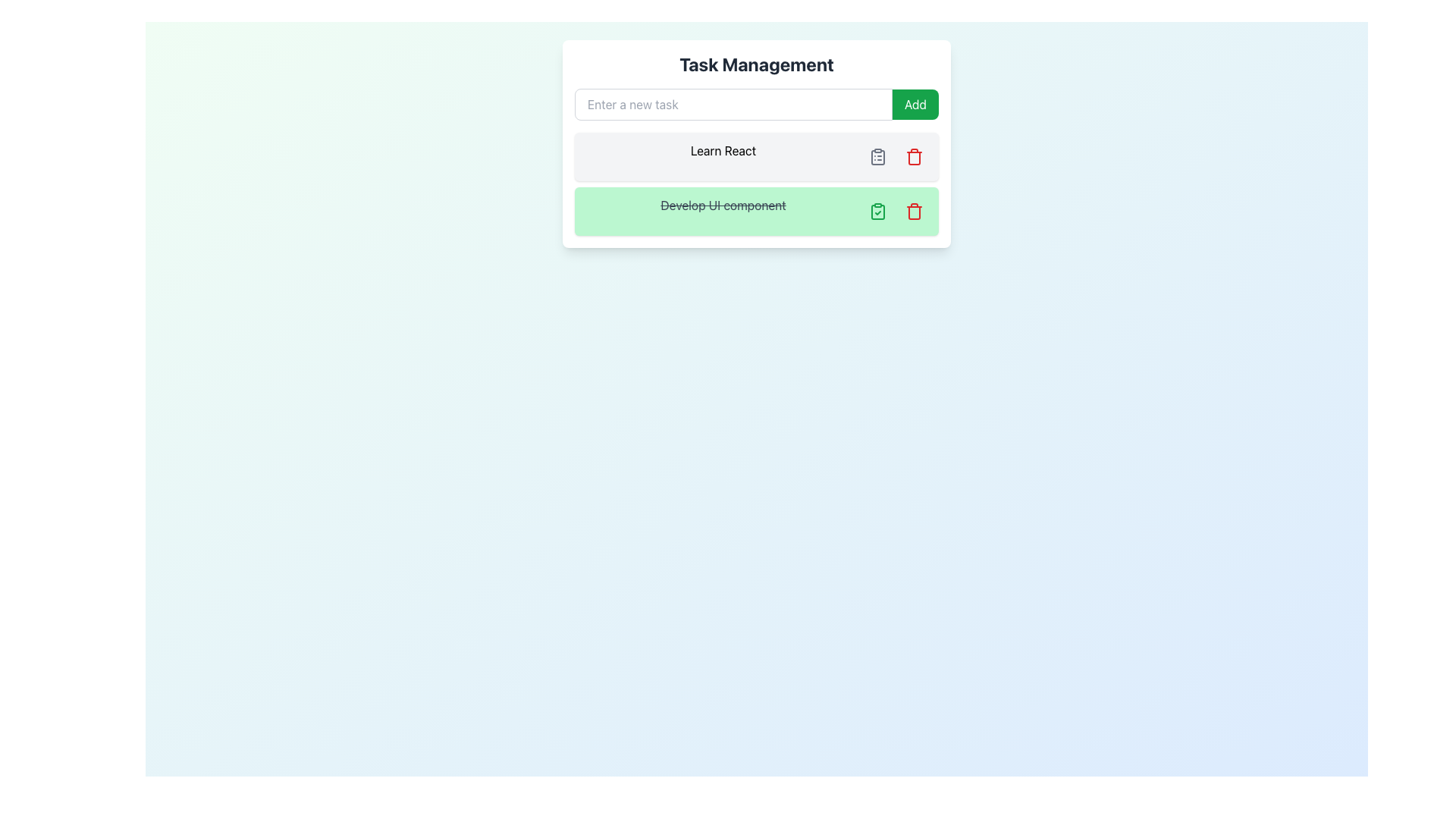 The height and width of the screenshot is (819, 1456). Describe the element at coordinates (913, 211) in the screenshot. I see `the red-bordered trash can icon` at that location.